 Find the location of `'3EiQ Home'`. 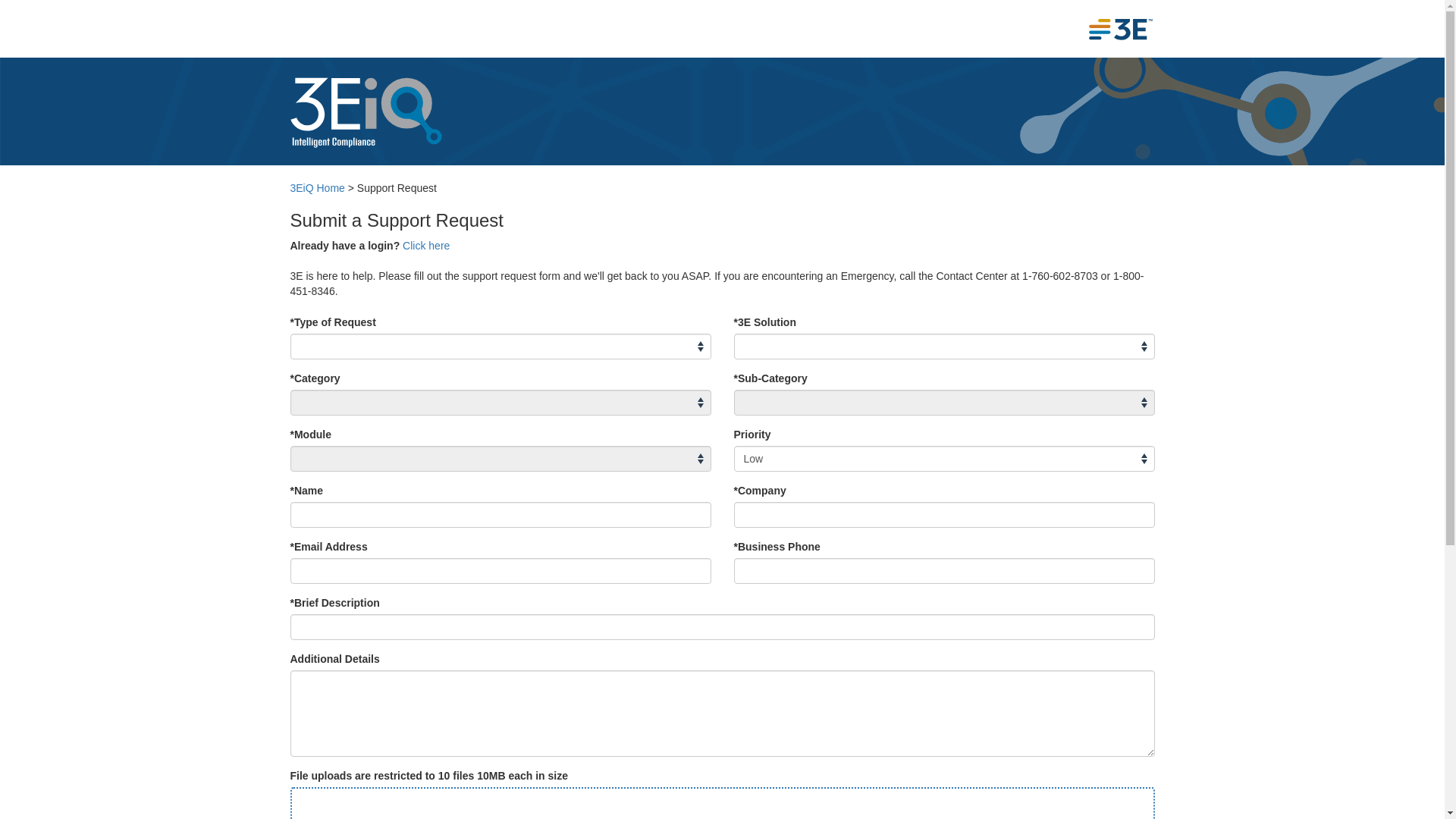

'3EiQ Home' is located at coordinates (315, 187).